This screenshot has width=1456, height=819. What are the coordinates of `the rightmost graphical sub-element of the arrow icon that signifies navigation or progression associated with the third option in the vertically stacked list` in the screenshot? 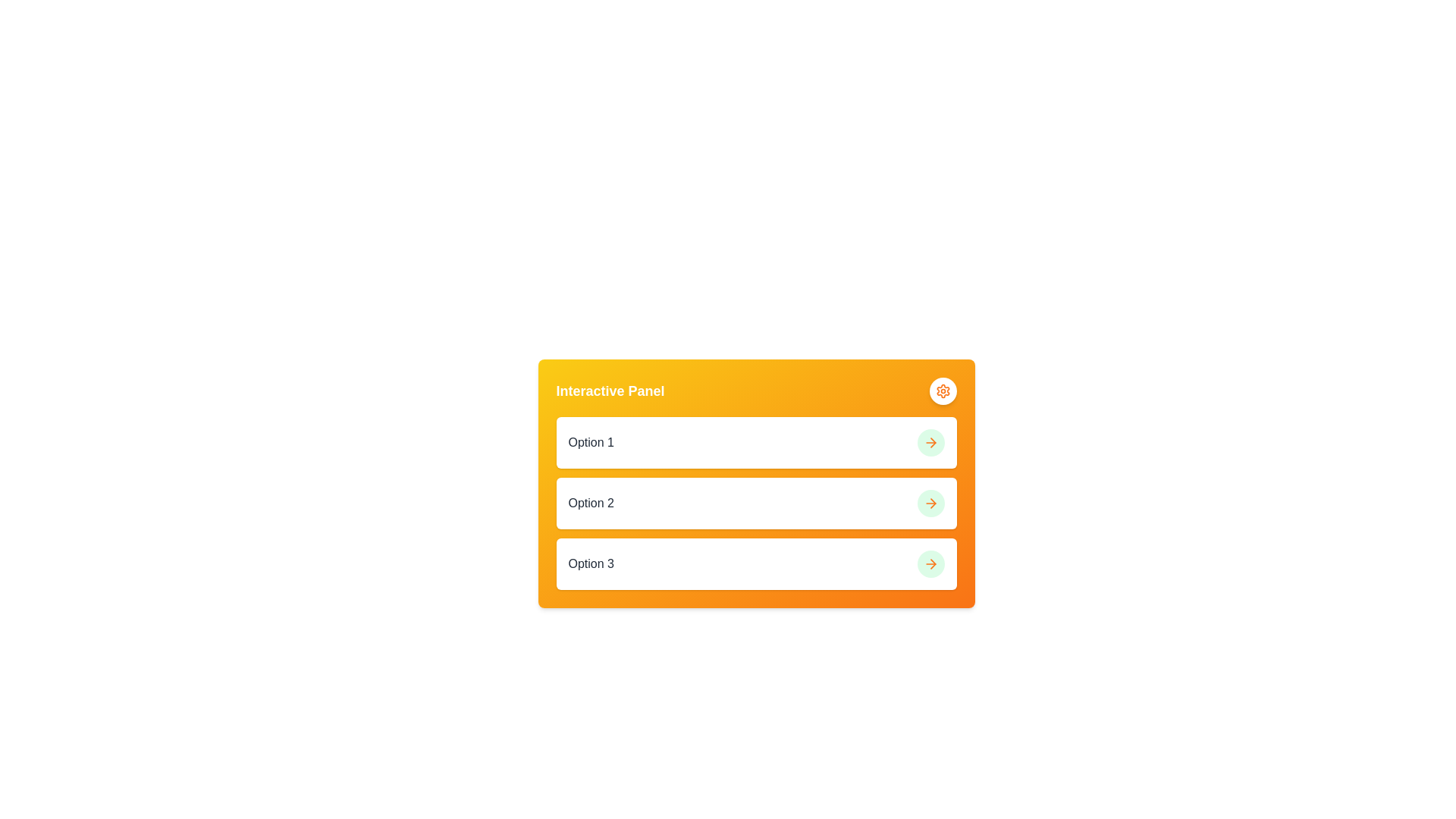 It's located at (932, 564).